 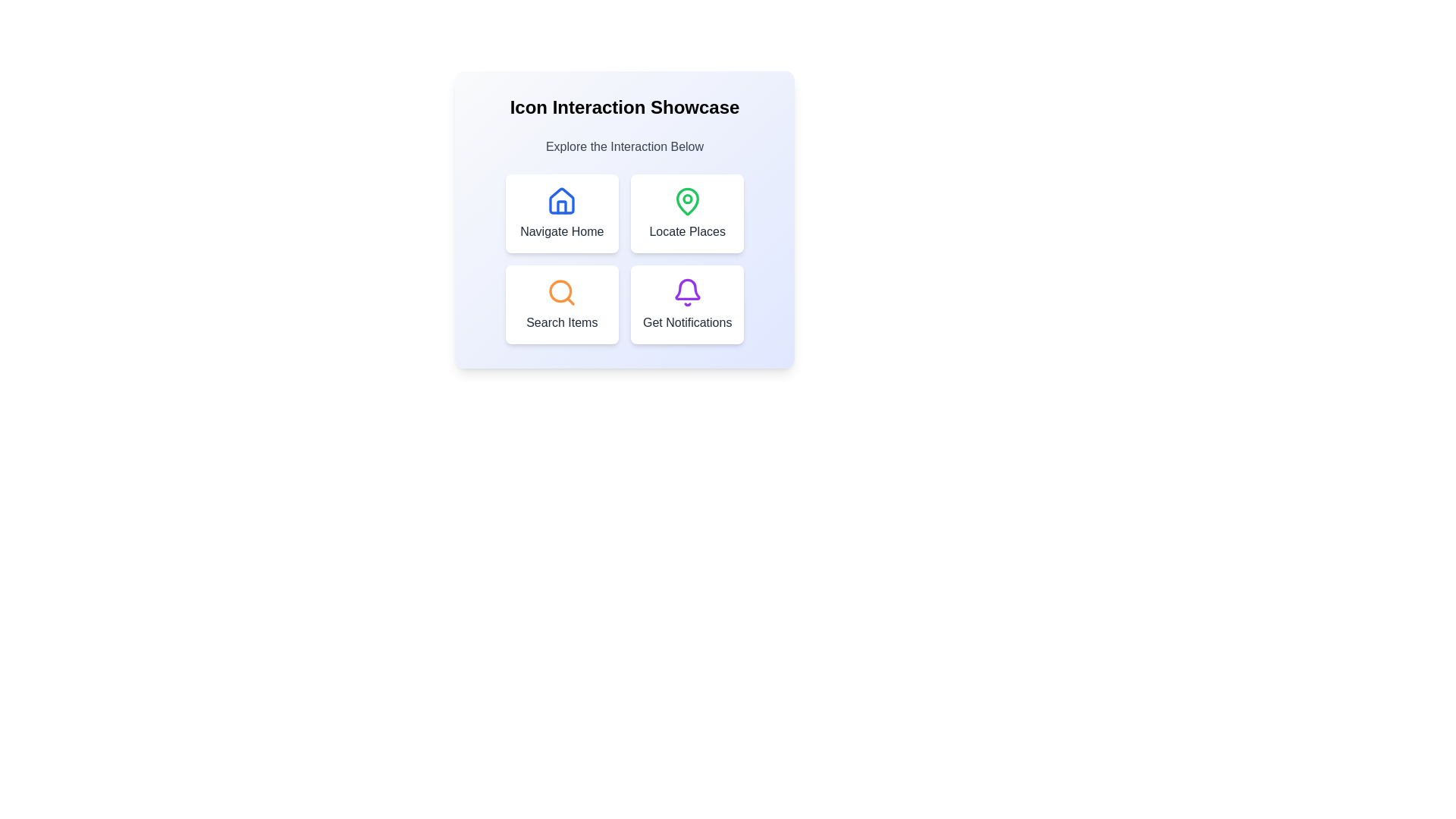 I want to click on the button located in the second column of the second row in the grid layout, just below the 'Locate Places' button, so click(x=686, y=304).